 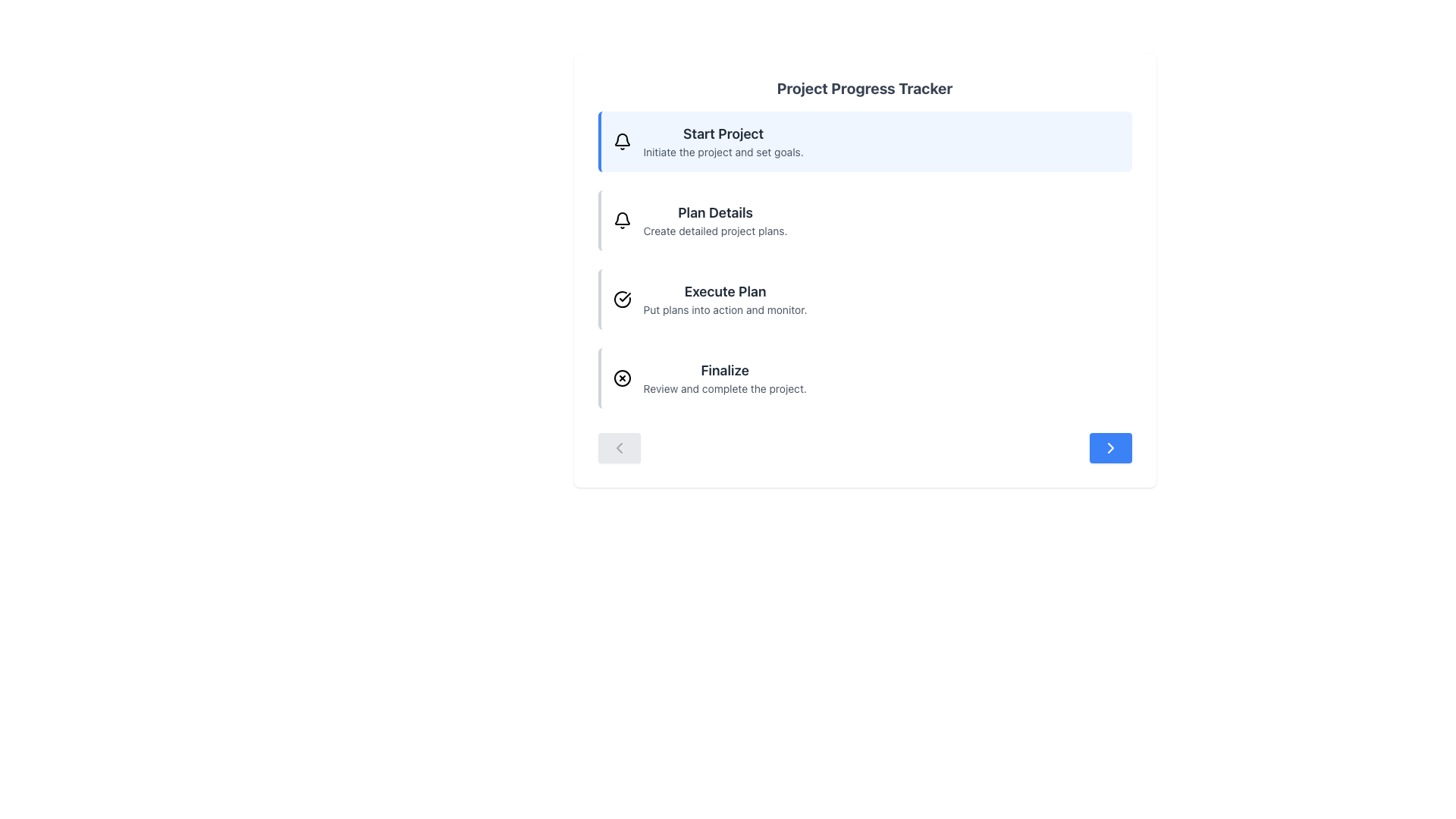 What do you see at coordinates (864, 88) in the screenshot?
I see `the bold header text styled in dark gray located at the top of the white card interface` at bounding box center [864, 88].